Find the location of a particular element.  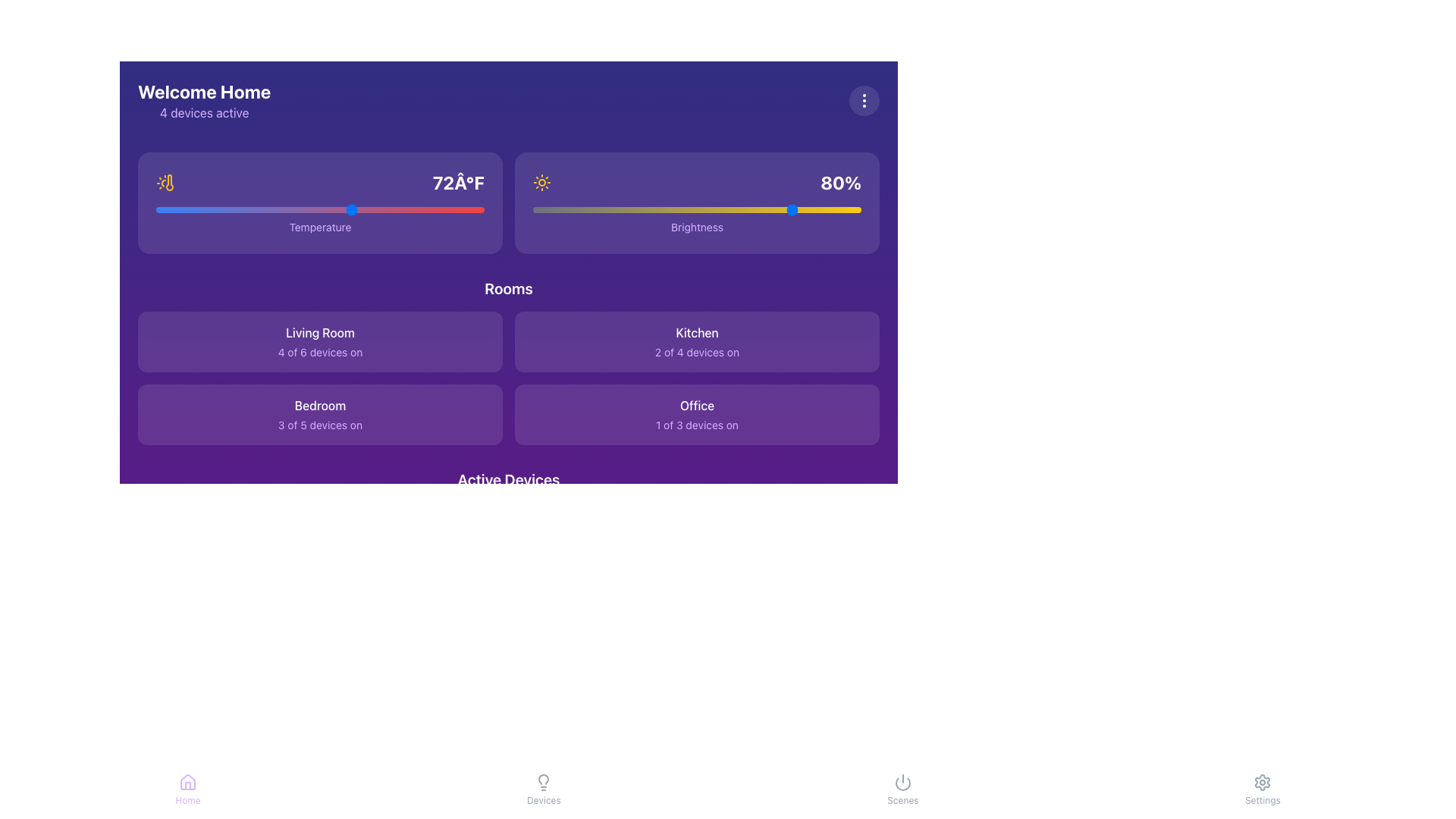

the 'Kitchen' text label, which identifies the room in the home automation interface located in the top-right card of the 'Rooms' section is located at coordinates (696, 332).